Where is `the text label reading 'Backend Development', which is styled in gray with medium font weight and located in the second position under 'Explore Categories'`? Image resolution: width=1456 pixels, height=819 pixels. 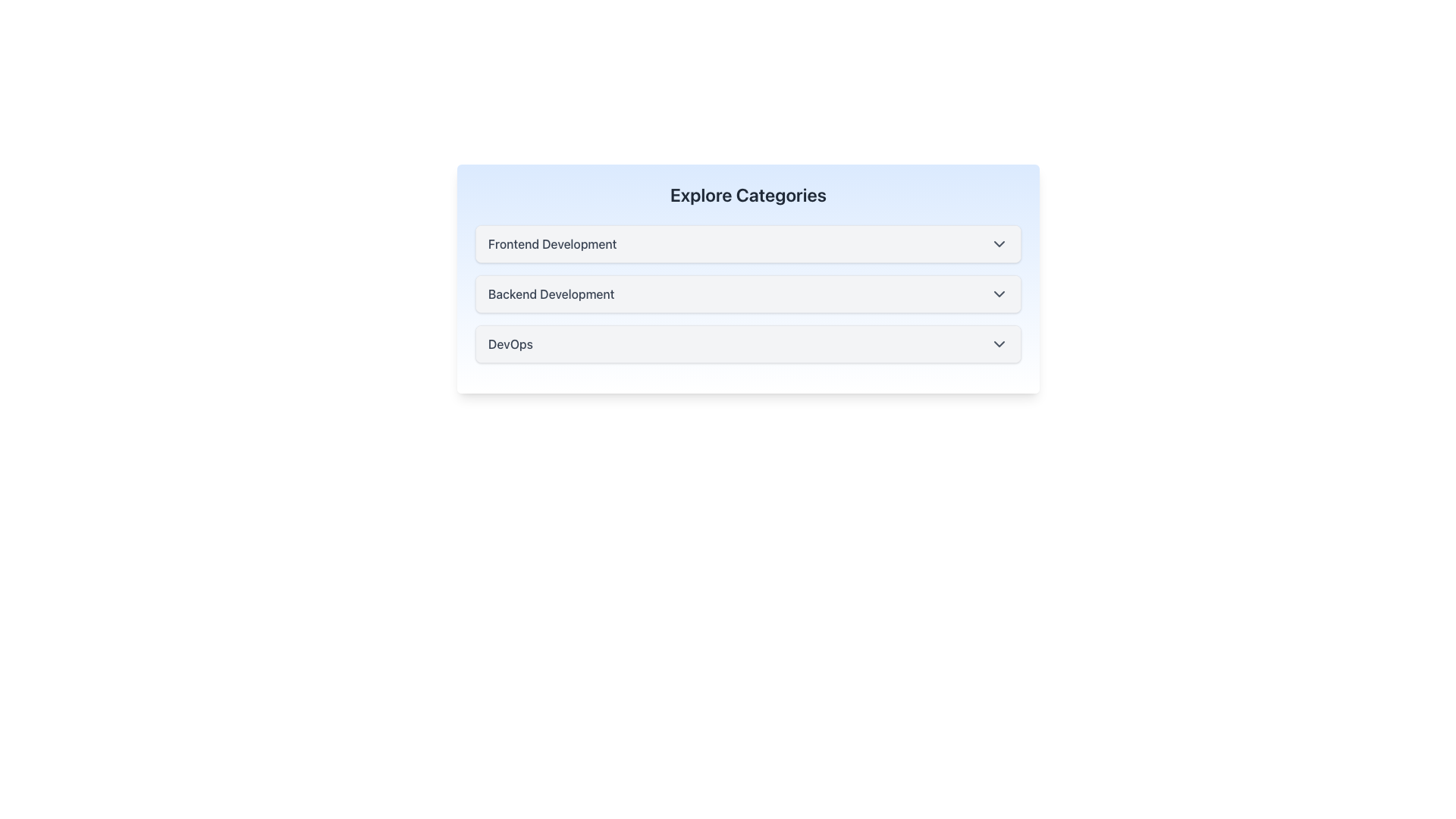
the text label reading 'Backend Development', which is styled in gray with medium font weight and located in the second position under 'Explore Categories' is located at coordinates (551, 294).